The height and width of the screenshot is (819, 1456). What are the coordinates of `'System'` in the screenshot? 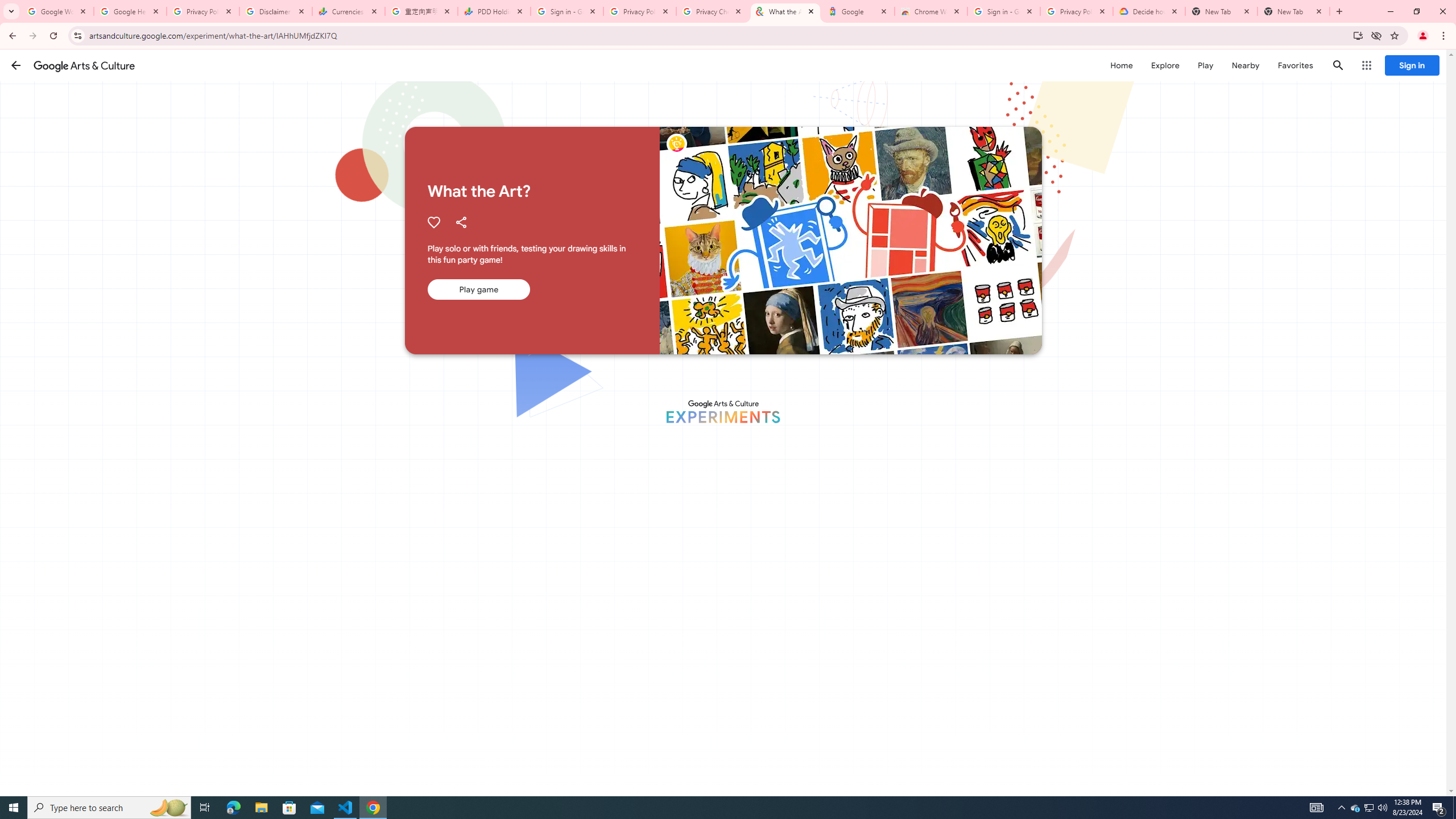 It's located at (6, 5).